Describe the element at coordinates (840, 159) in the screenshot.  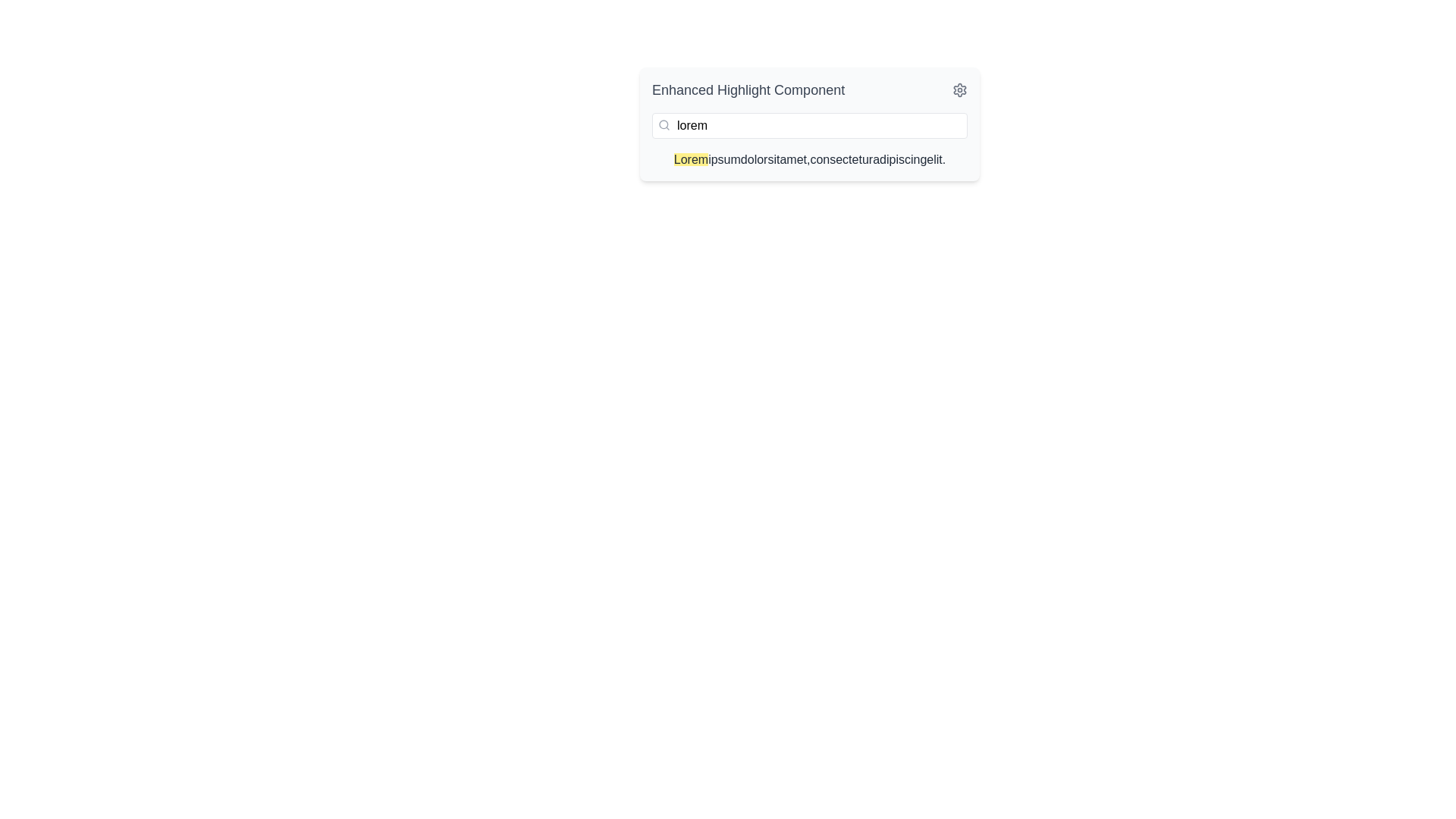
I see `the sixth word 'sit' in the sentence 'Lorem ipsum dolor sit amet, consectetur adipiscing elit.' which is located below a search bar` at that location.